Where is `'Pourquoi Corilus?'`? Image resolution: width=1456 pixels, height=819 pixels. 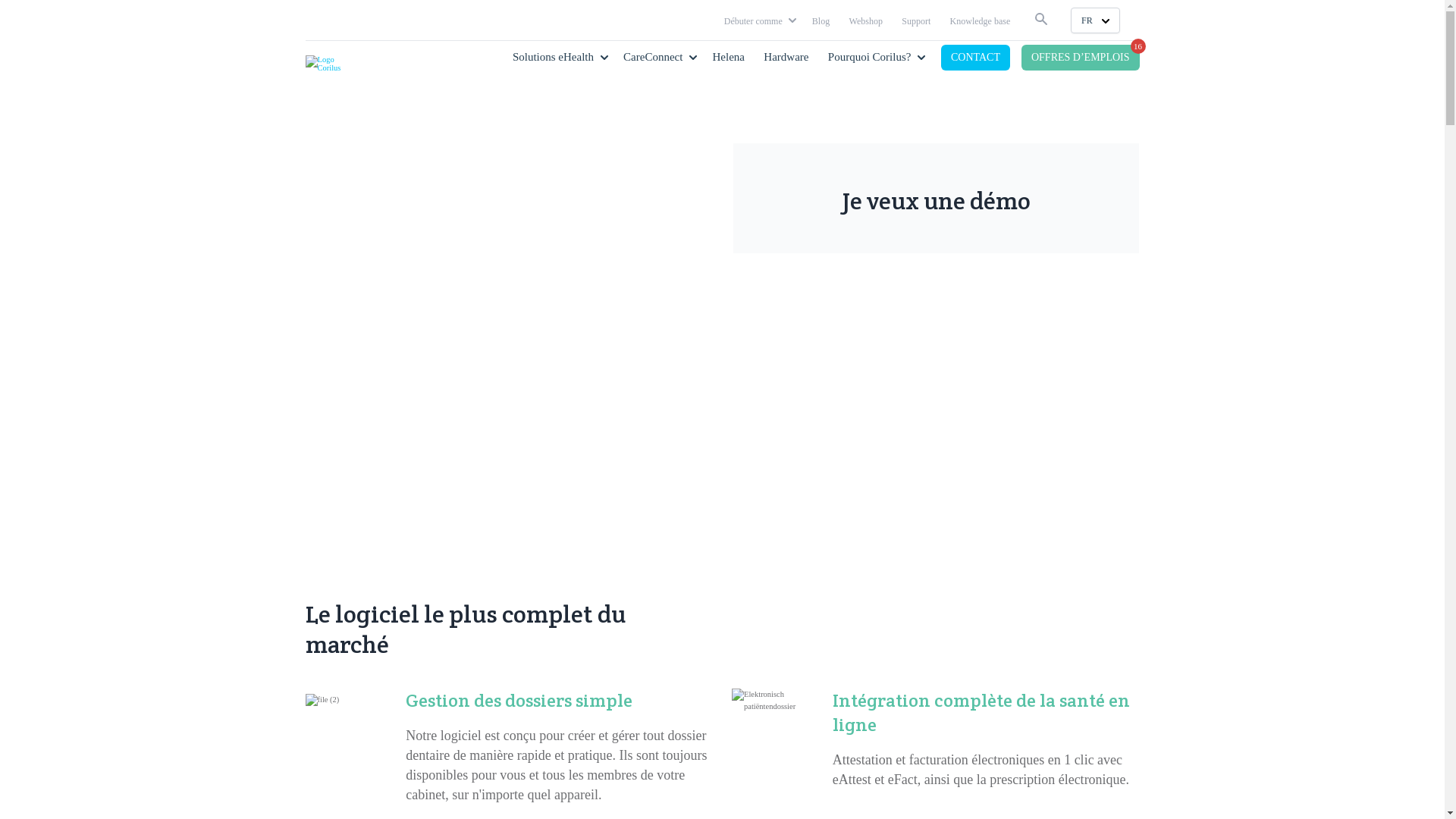
'Pourquoi Corilus?' is located at coordinates (870, 55).